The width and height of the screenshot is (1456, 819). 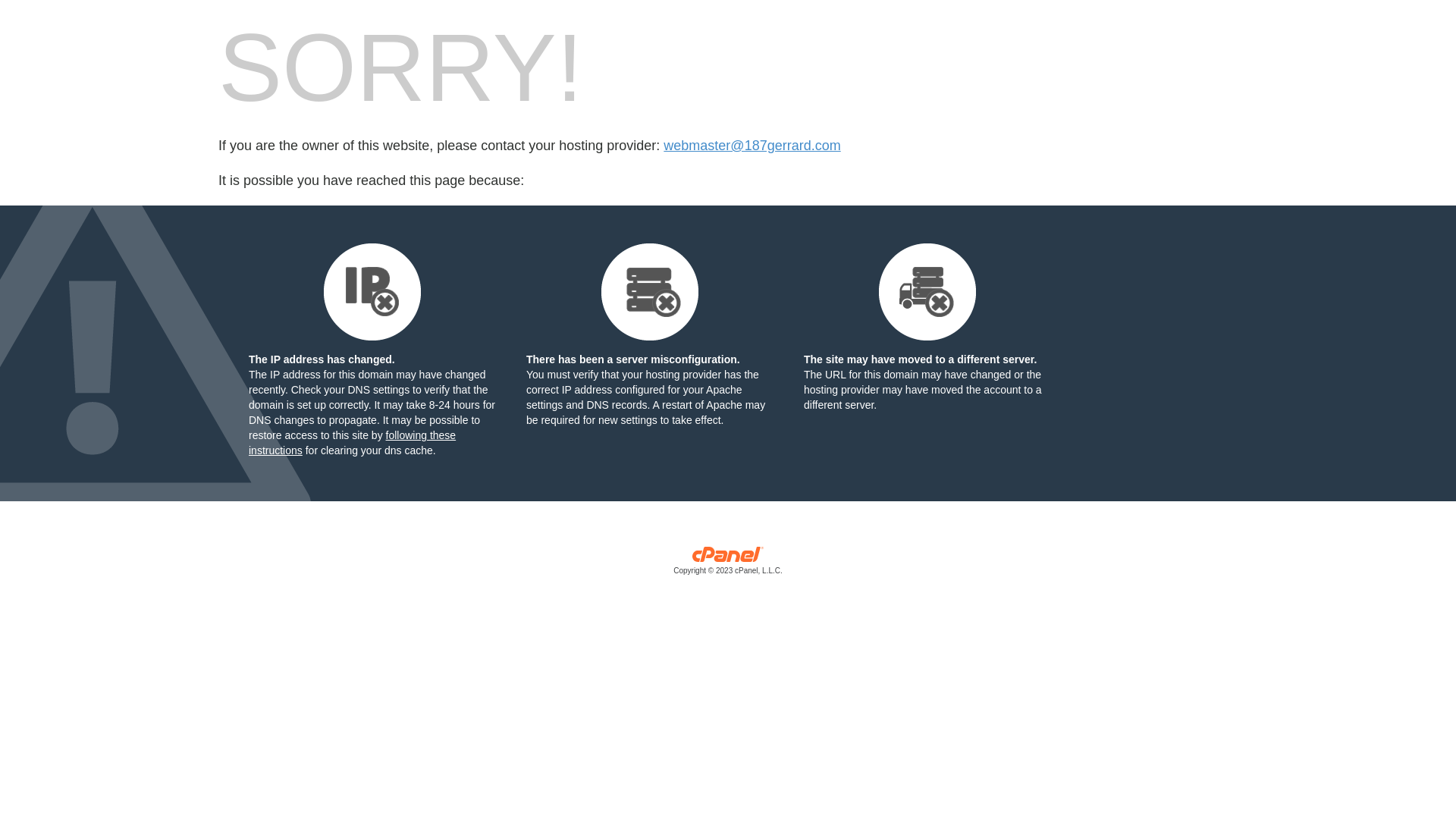 What do you see at coordinates (351, 442) in the screenshot?
I see `'following these instructions'` at bounding box center [351, 442].